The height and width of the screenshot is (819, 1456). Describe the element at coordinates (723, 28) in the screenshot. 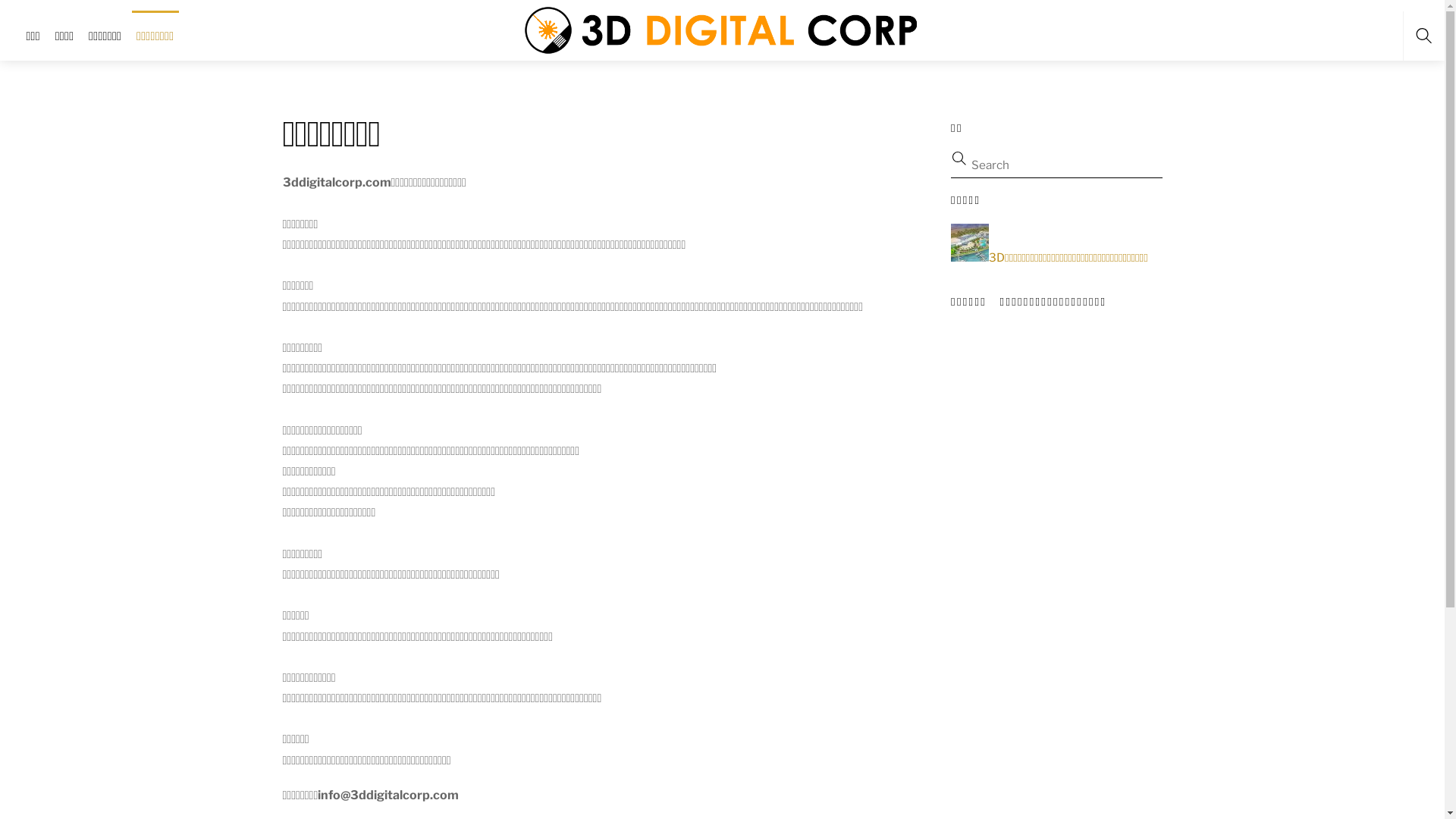

I see `'3D Digital  Corp'` at that location.